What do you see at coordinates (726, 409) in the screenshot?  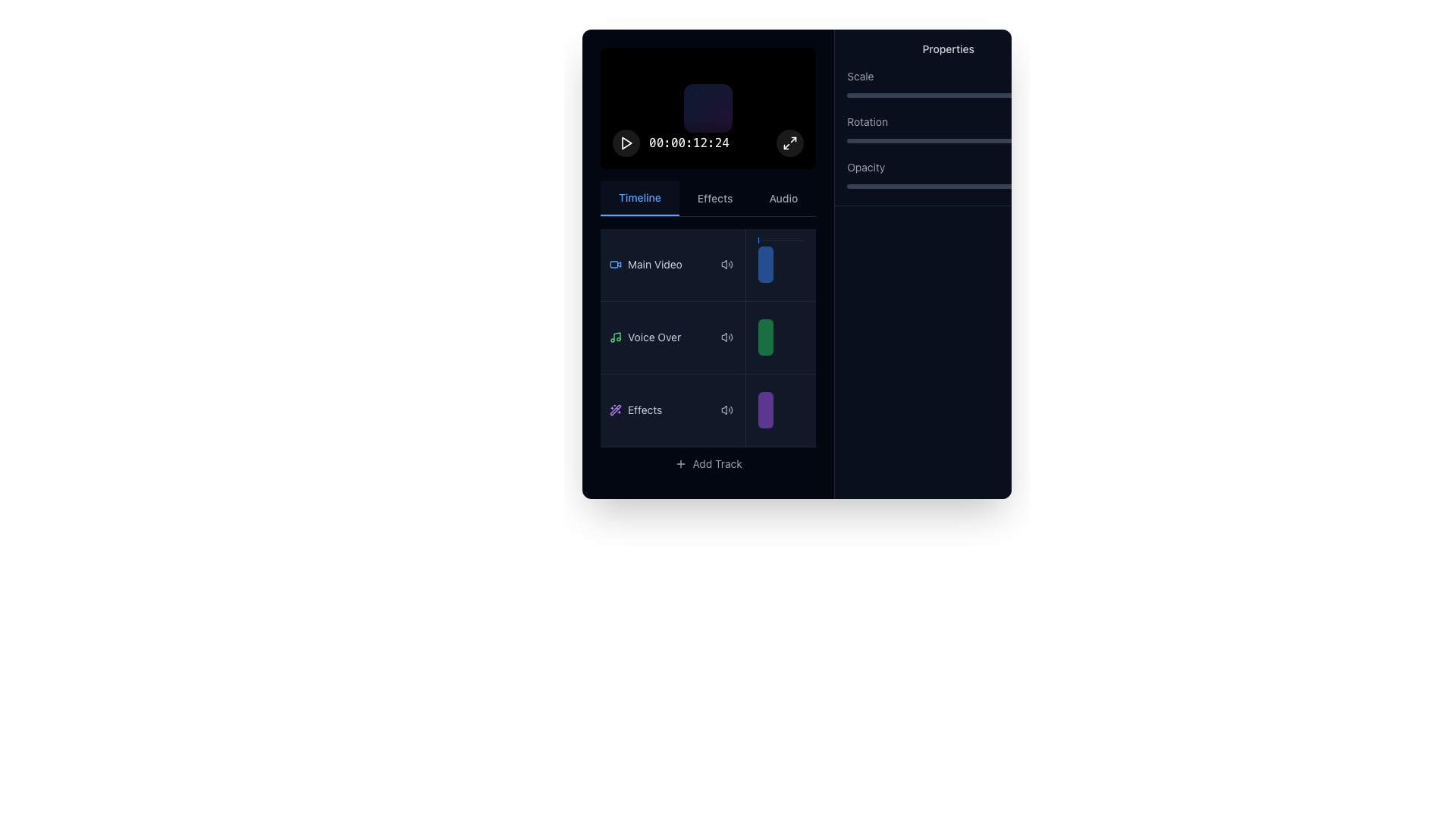 I see `the sound toggle icon located under the 'Effects' row` at bounding box center [726, 409].